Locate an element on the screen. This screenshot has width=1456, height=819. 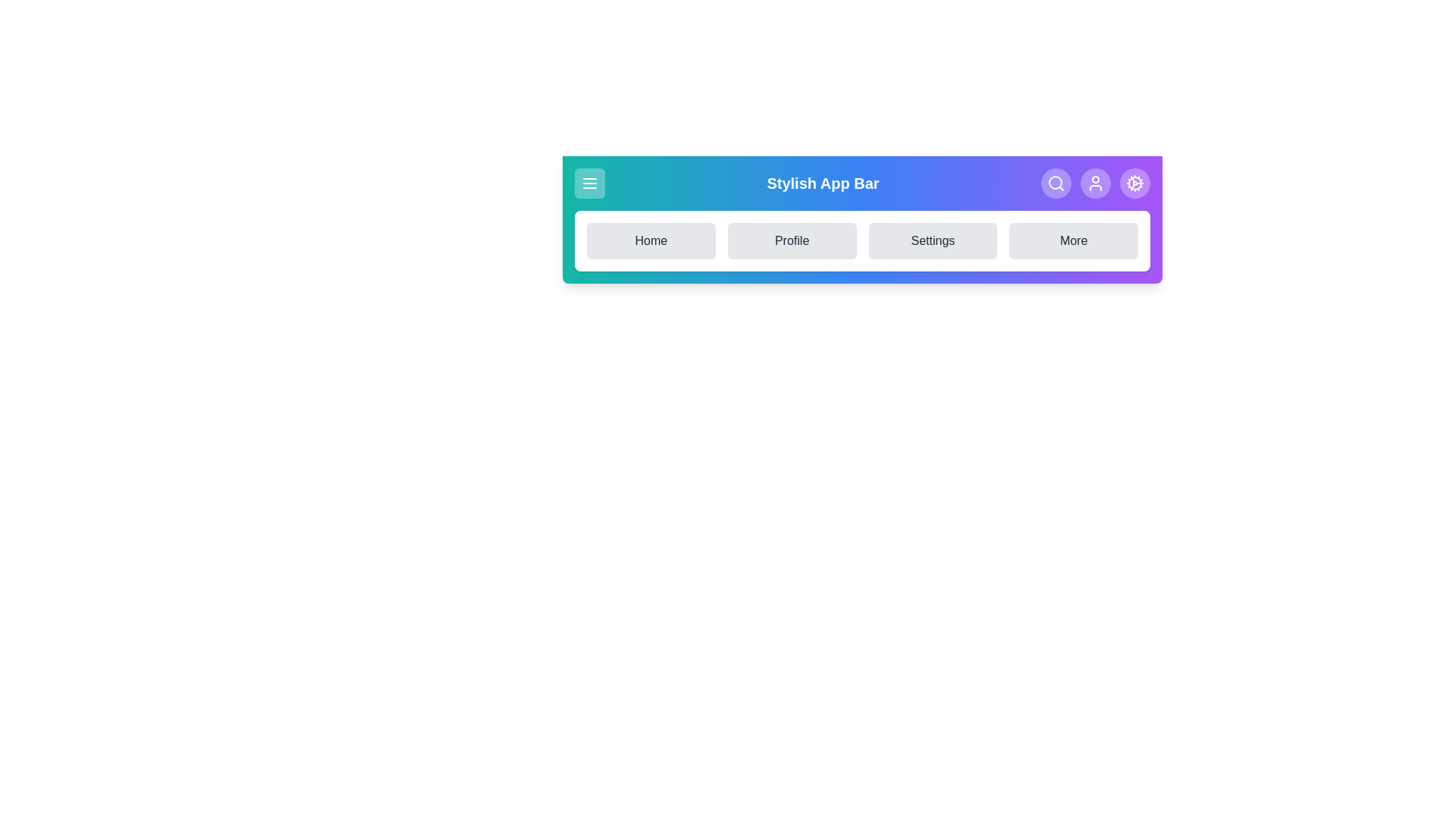
the Home navigation option is located at coordinates (651, 240).